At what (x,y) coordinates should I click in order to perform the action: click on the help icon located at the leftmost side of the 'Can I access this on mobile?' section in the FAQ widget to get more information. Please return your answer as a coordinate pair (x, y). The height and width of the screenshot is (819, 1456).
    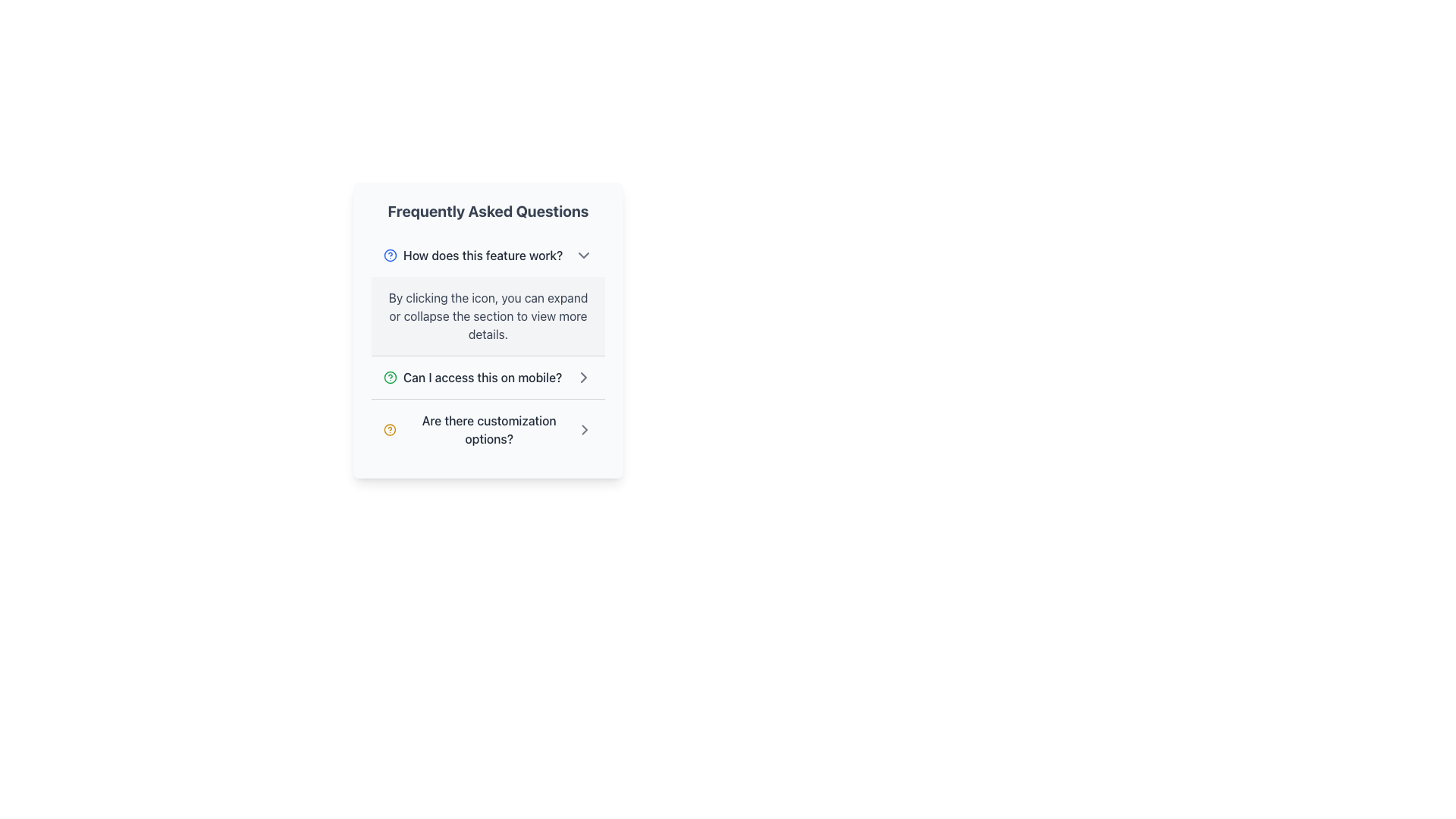
    Looking at the image, I should click on (390, 376).